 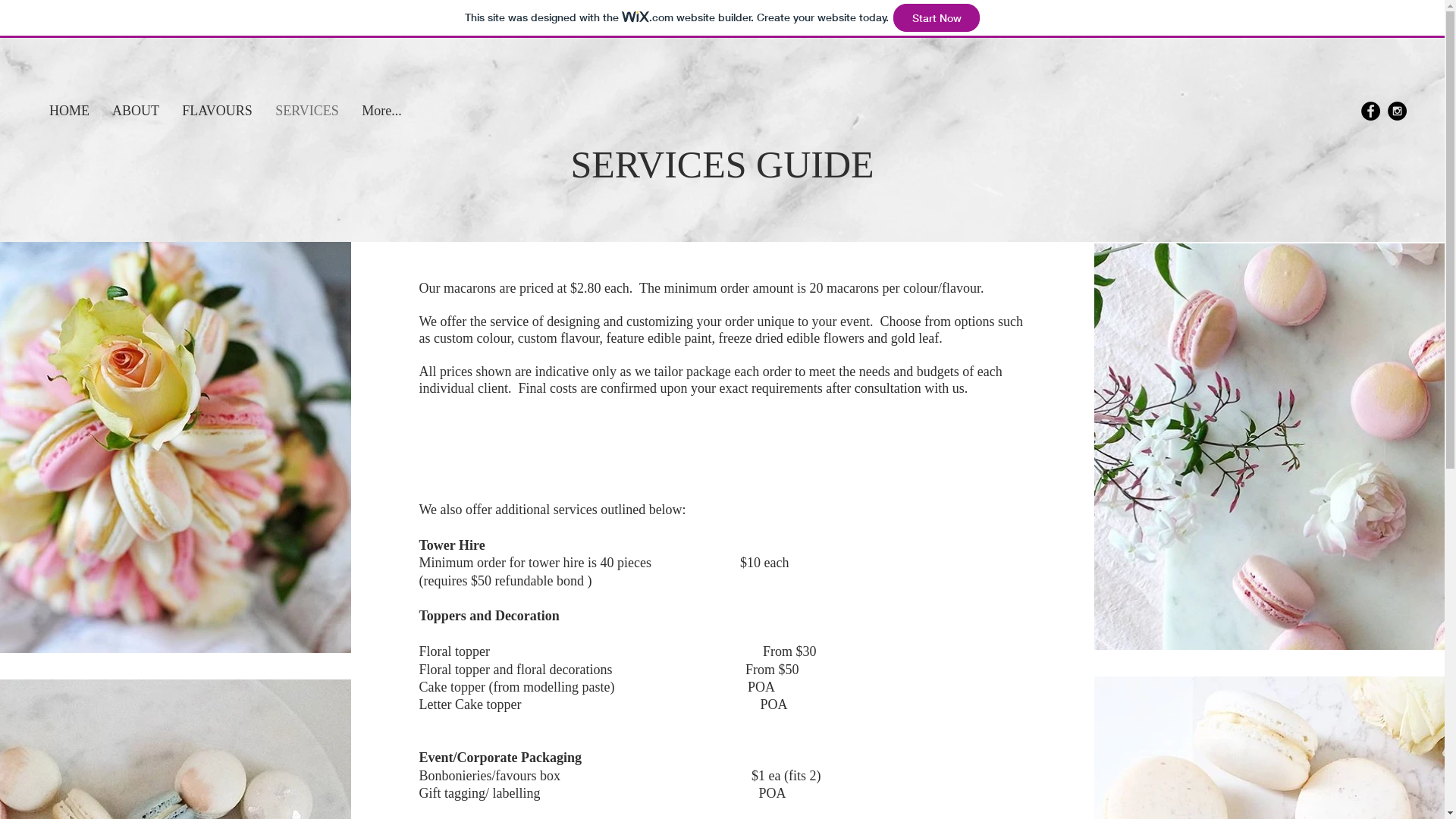 I want to click on 'FLAVOURS', so click(x=216, y=110).